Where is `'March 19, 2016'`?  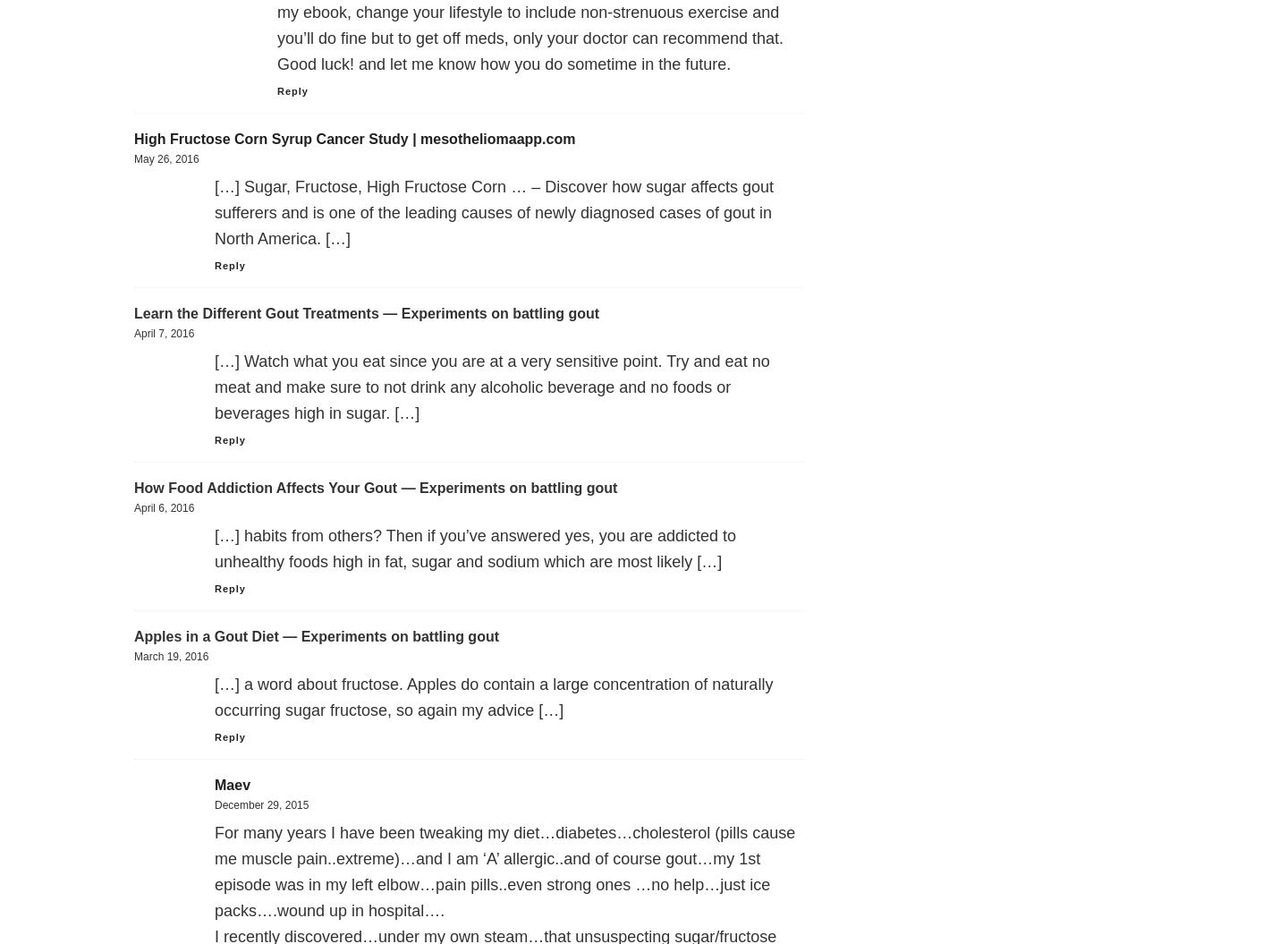
'March 19, 2016' is located at coordinates (171, 656).